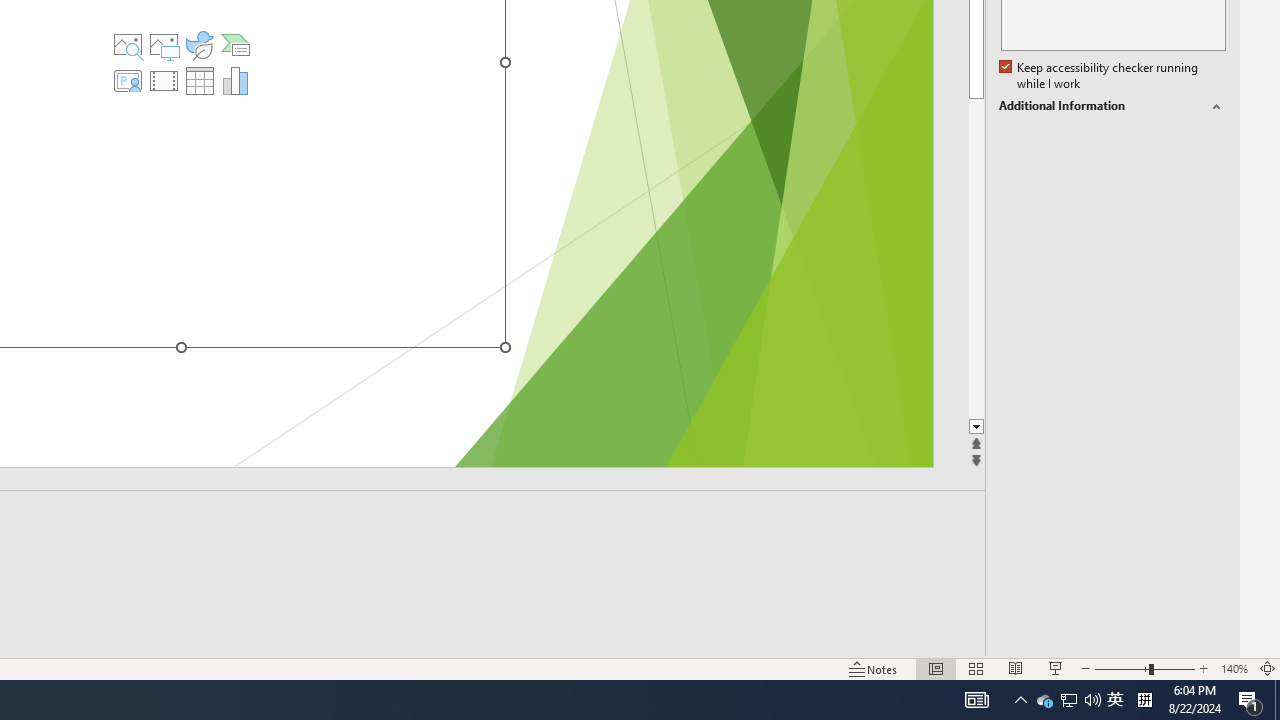 Image resolution: width=1280 pixels, height=720 pixels. I want to click on 'Zoom 140%', so click(1233, 669).